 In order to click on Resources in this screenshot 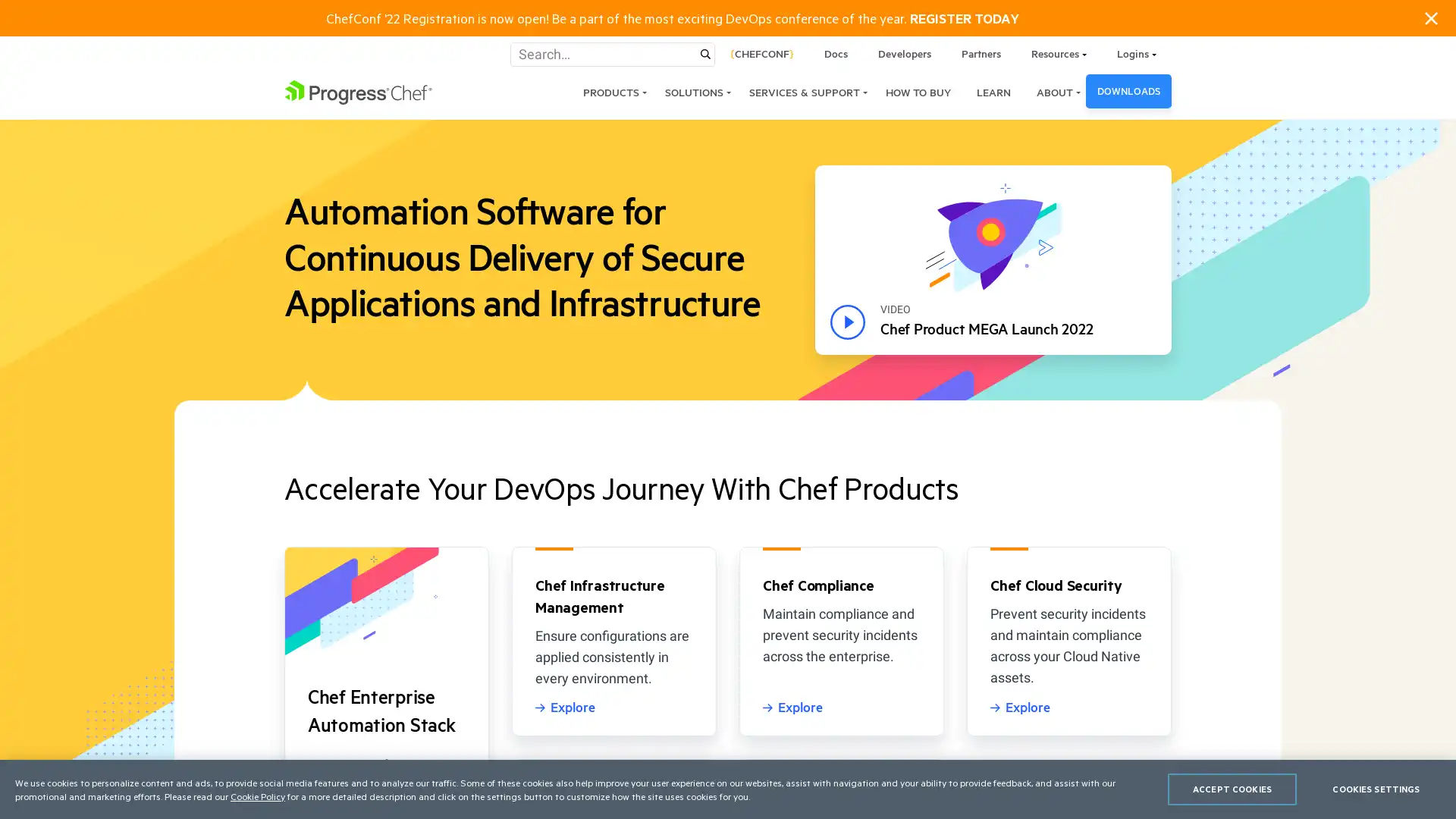, I will do `click(1058, 54)`.